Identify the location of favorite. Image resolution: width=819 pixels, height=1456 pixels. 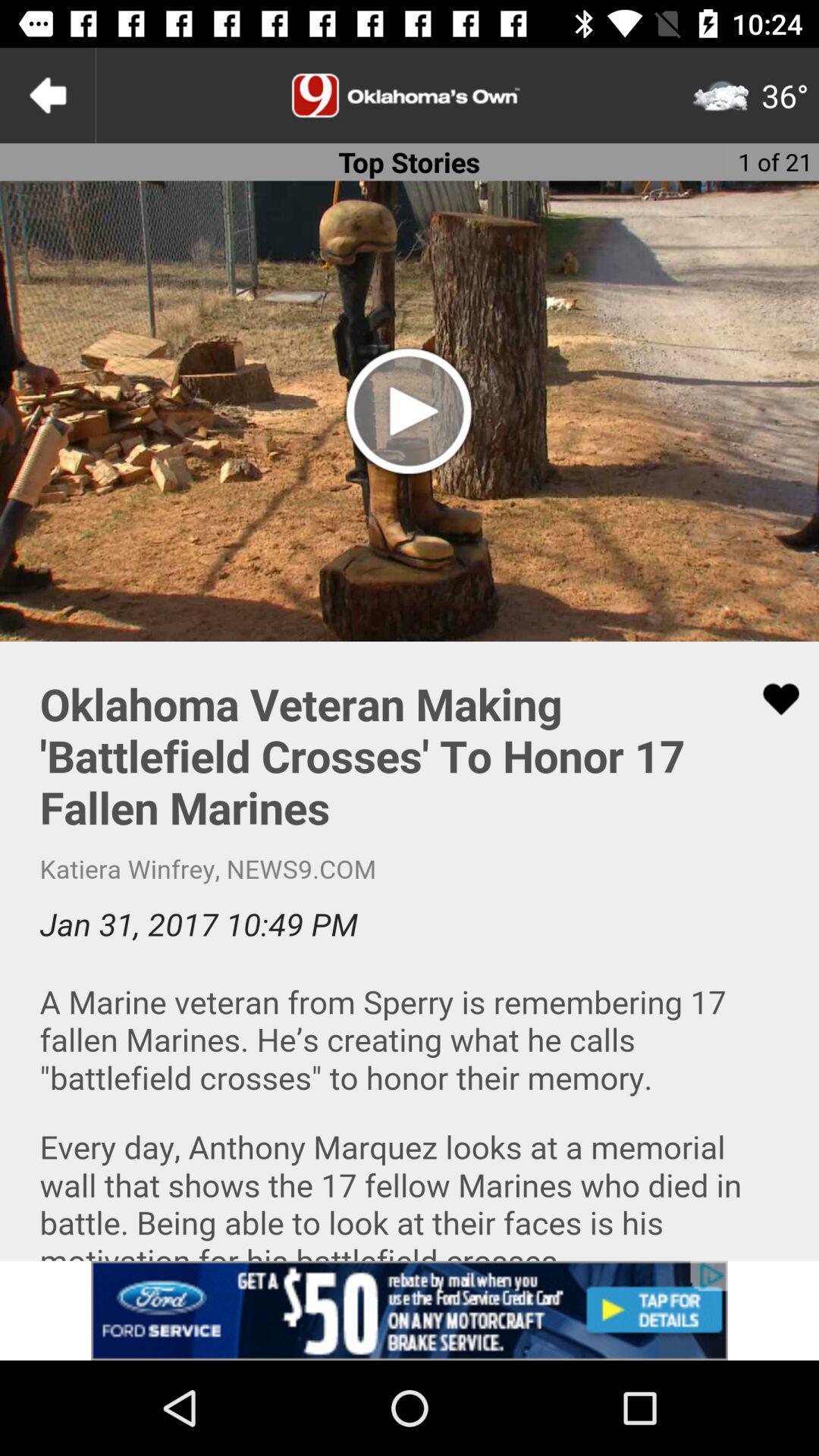
(771, 698).